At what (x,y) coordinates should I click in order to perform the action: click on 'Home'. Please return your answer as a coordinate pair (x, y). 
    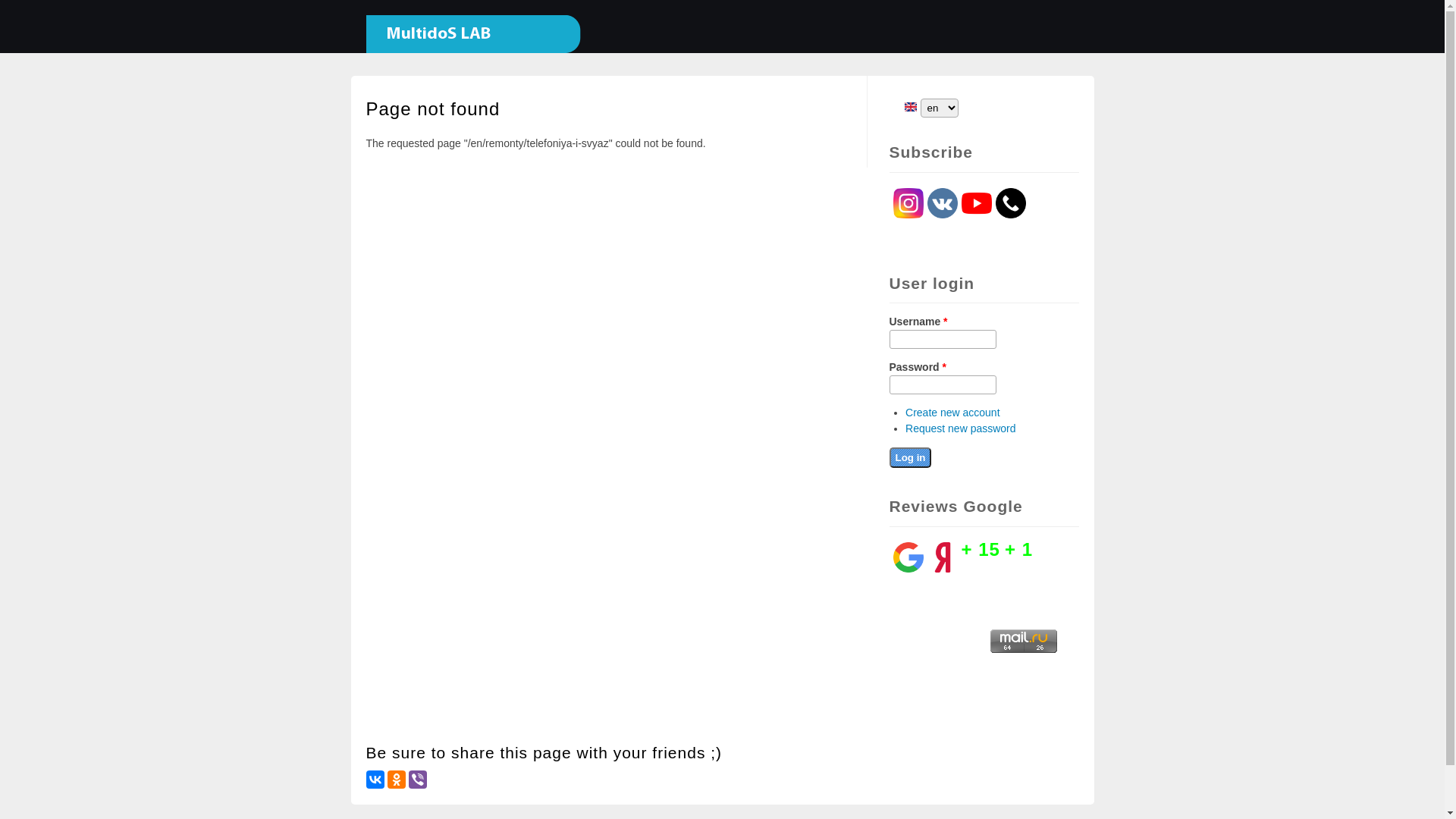
    Looking at the image, I should click on (465, 45).